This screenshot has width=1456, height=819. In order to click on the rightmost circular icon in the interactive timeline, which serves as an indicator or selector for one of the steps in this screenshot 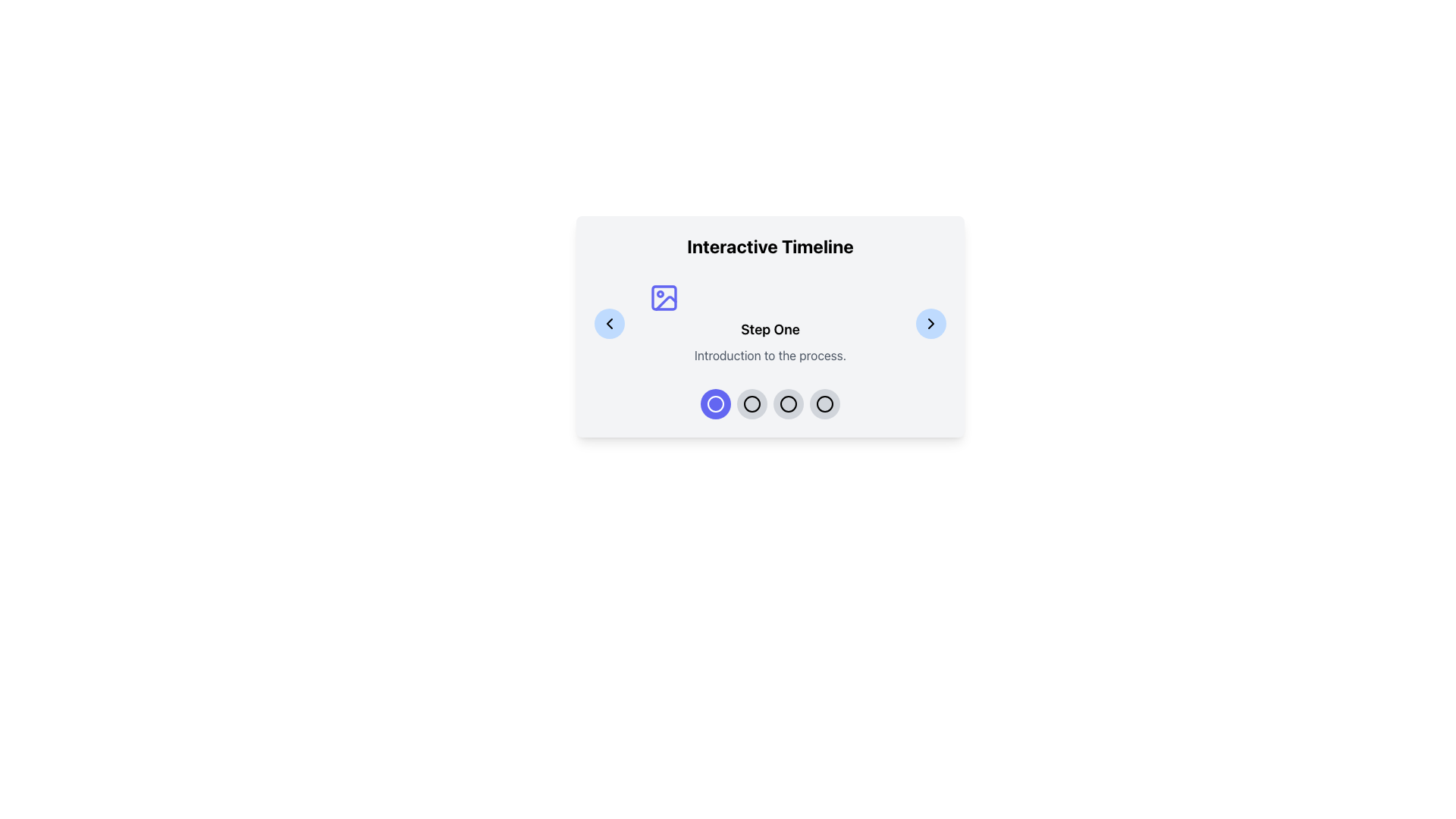, I will do `click(824, 403)`.